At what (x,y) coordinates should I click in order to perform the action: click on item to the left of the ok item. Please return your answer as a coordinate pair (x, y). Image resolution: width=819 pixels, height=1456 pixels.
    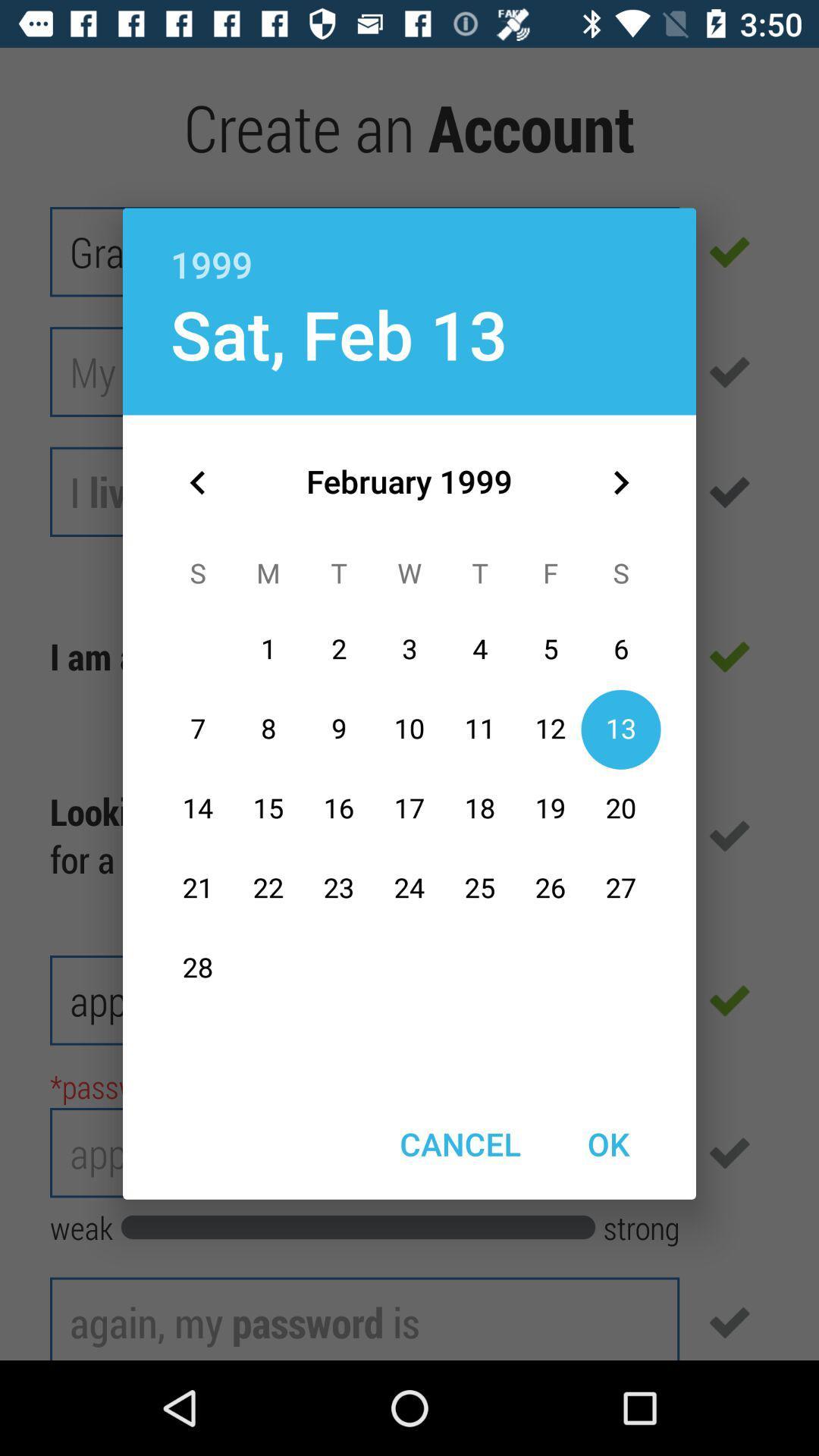
    Looking at the image, I should click on (460, 1144).